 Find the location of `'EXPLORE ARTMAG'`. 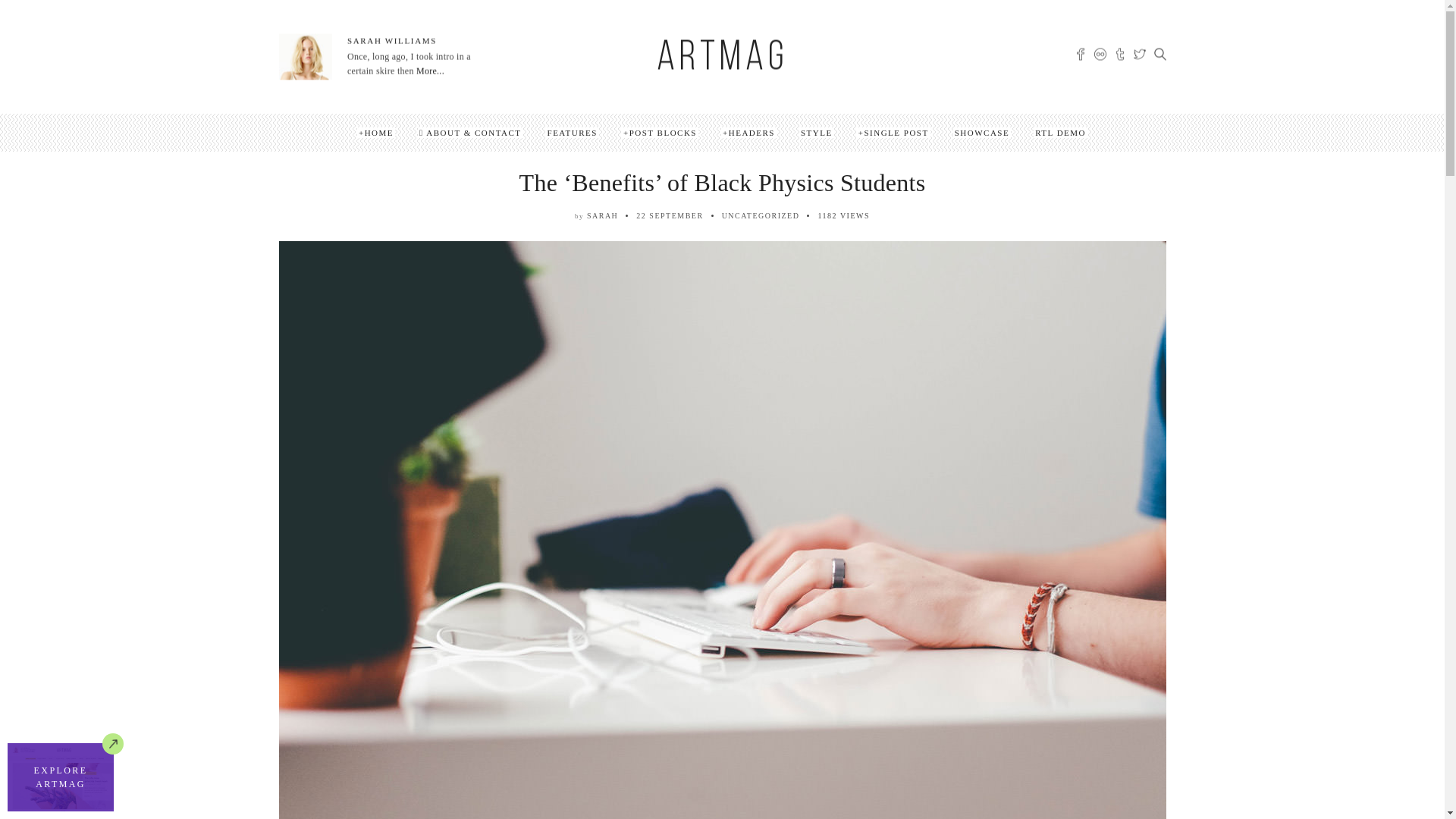

'EXPLORE ARTMAG' is located at coordinates (7, 777).